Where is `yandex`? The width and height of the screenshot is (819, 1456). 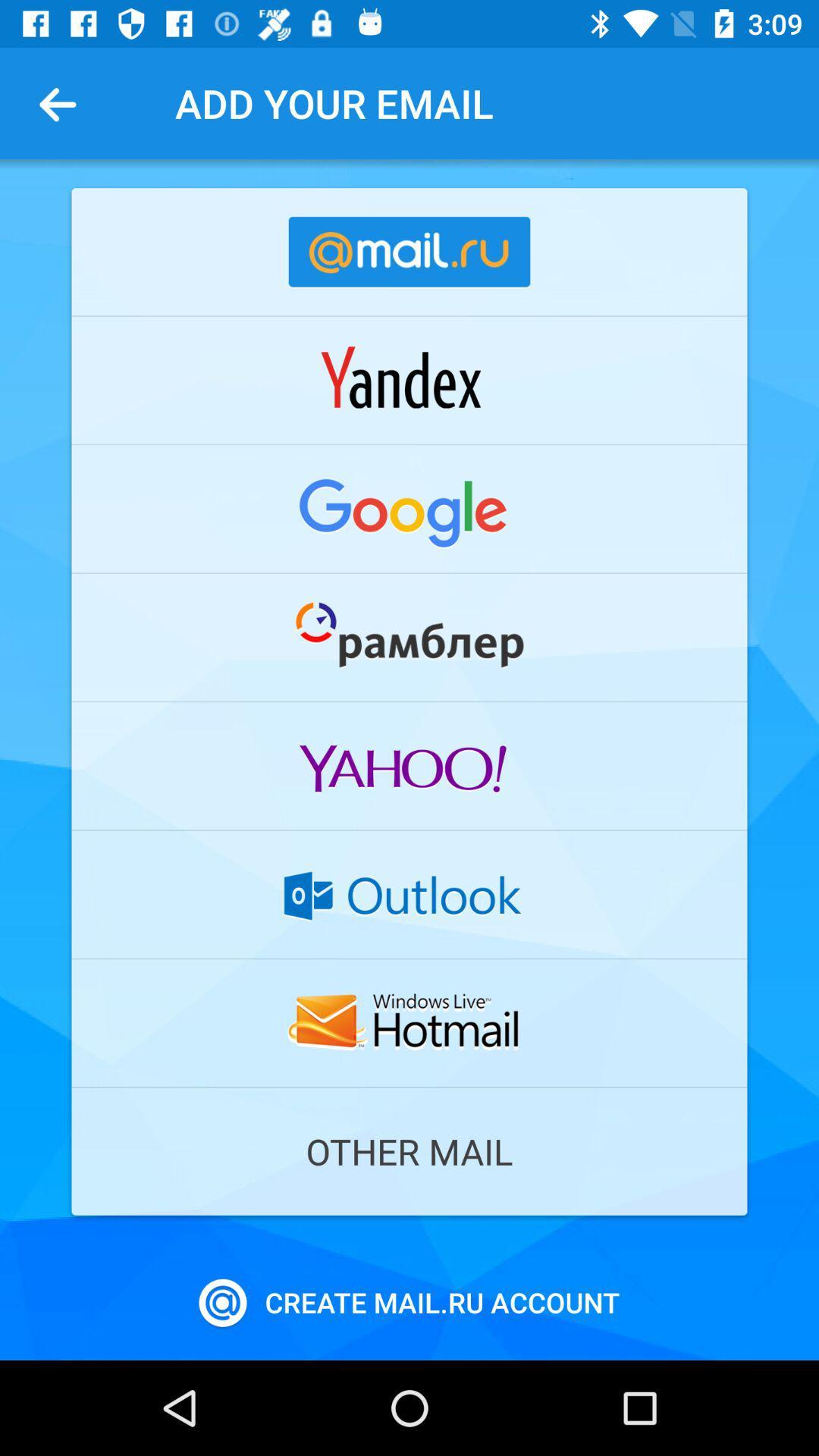
yandex is located at coordinates (409, 380).